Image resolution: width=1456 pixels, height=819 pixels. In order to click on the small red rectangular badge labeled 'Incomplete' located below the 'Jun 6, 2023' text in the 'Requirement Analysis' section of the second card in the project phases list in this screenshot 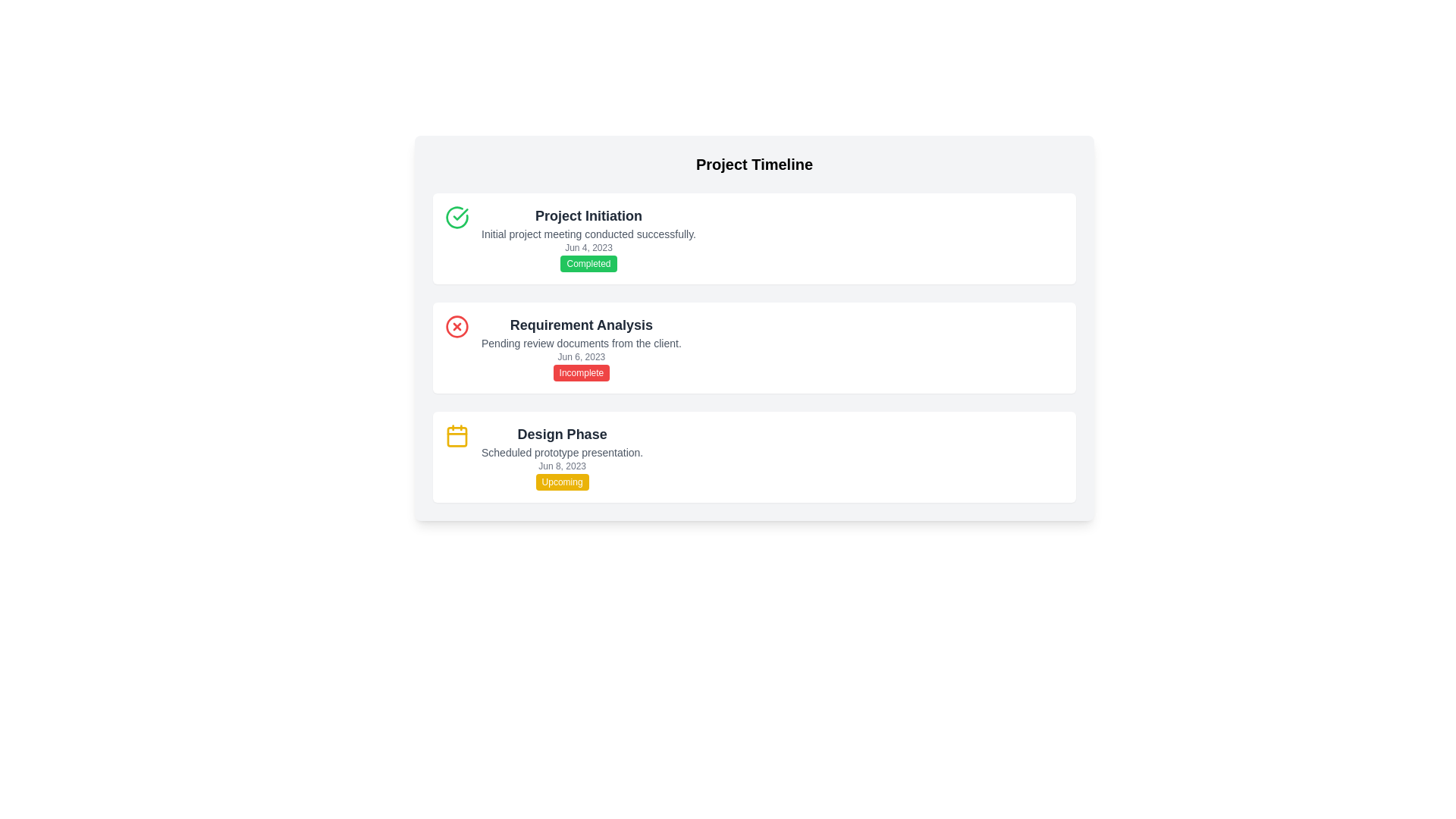, I will do `click(580, 373)`.